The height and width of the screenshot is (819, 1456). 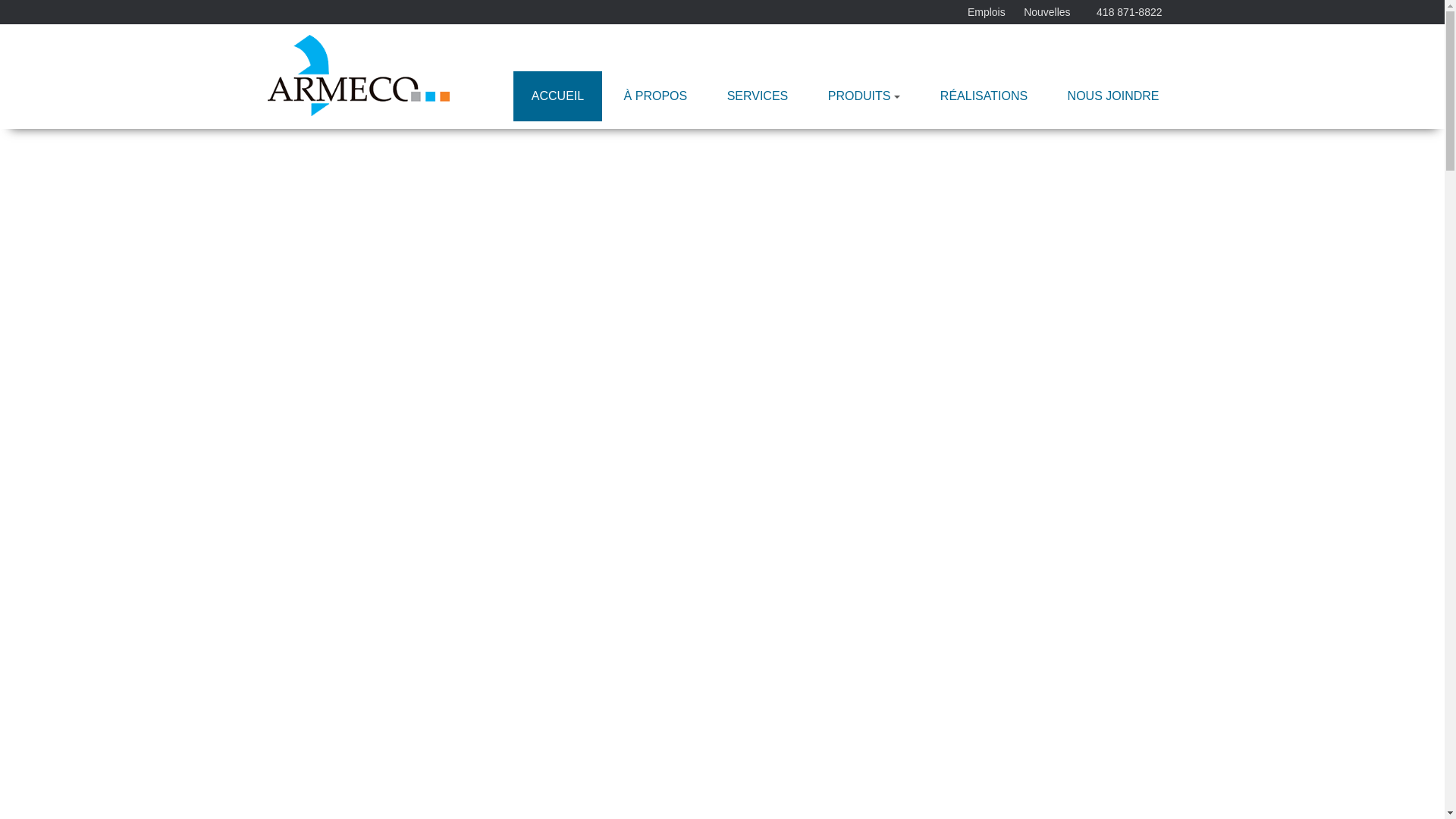 I want to click on 'SERVICES', so click(x=758, y=96).